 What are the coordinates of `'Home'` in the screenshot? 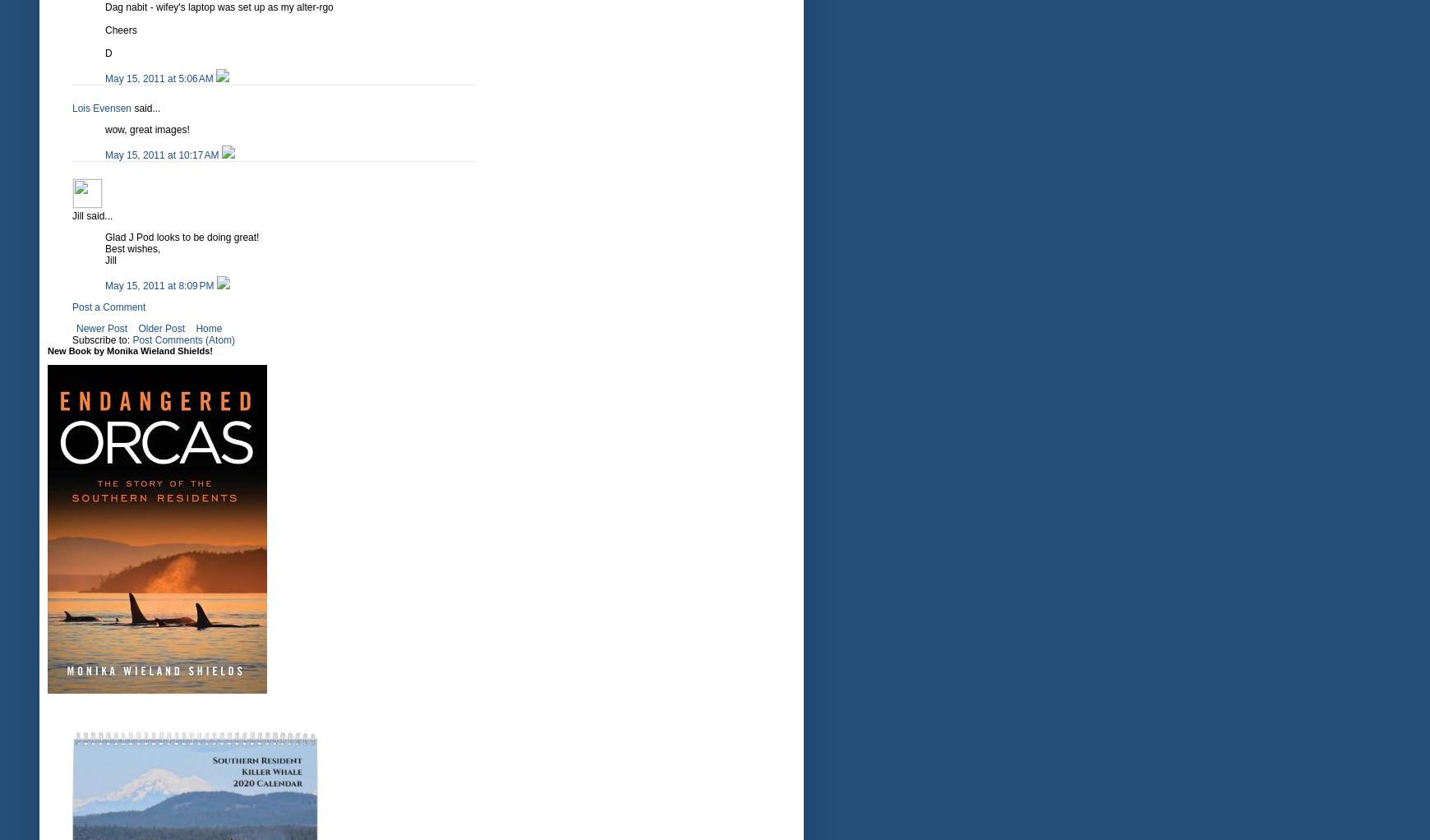 It's located at (209, 328).